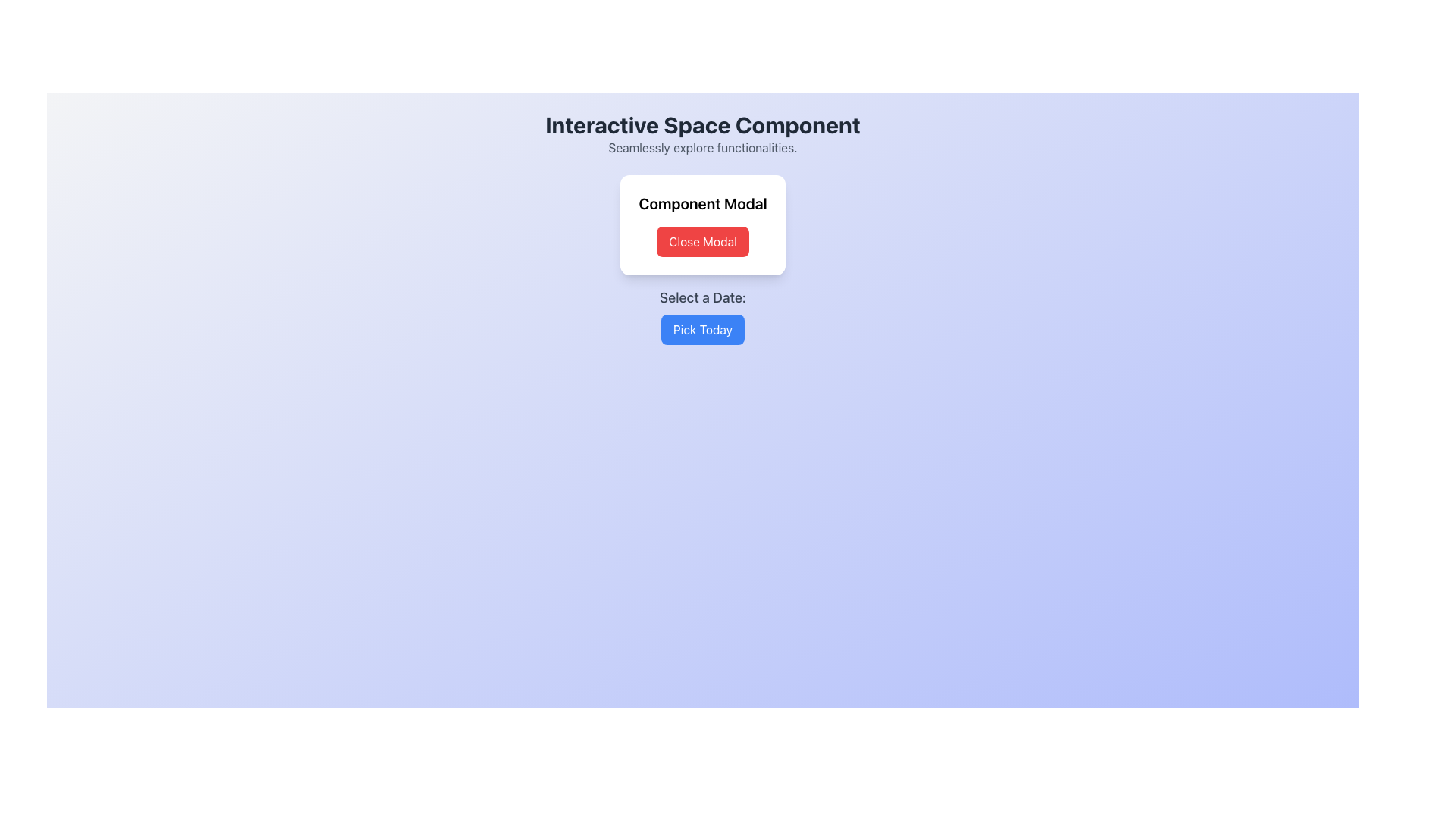  I want to click on the subtitle text "Seamlessly explore functionalities," which is displayed in gray color and positioned directly beneath the heading "Interactive Space Component.", so click(701, 148).